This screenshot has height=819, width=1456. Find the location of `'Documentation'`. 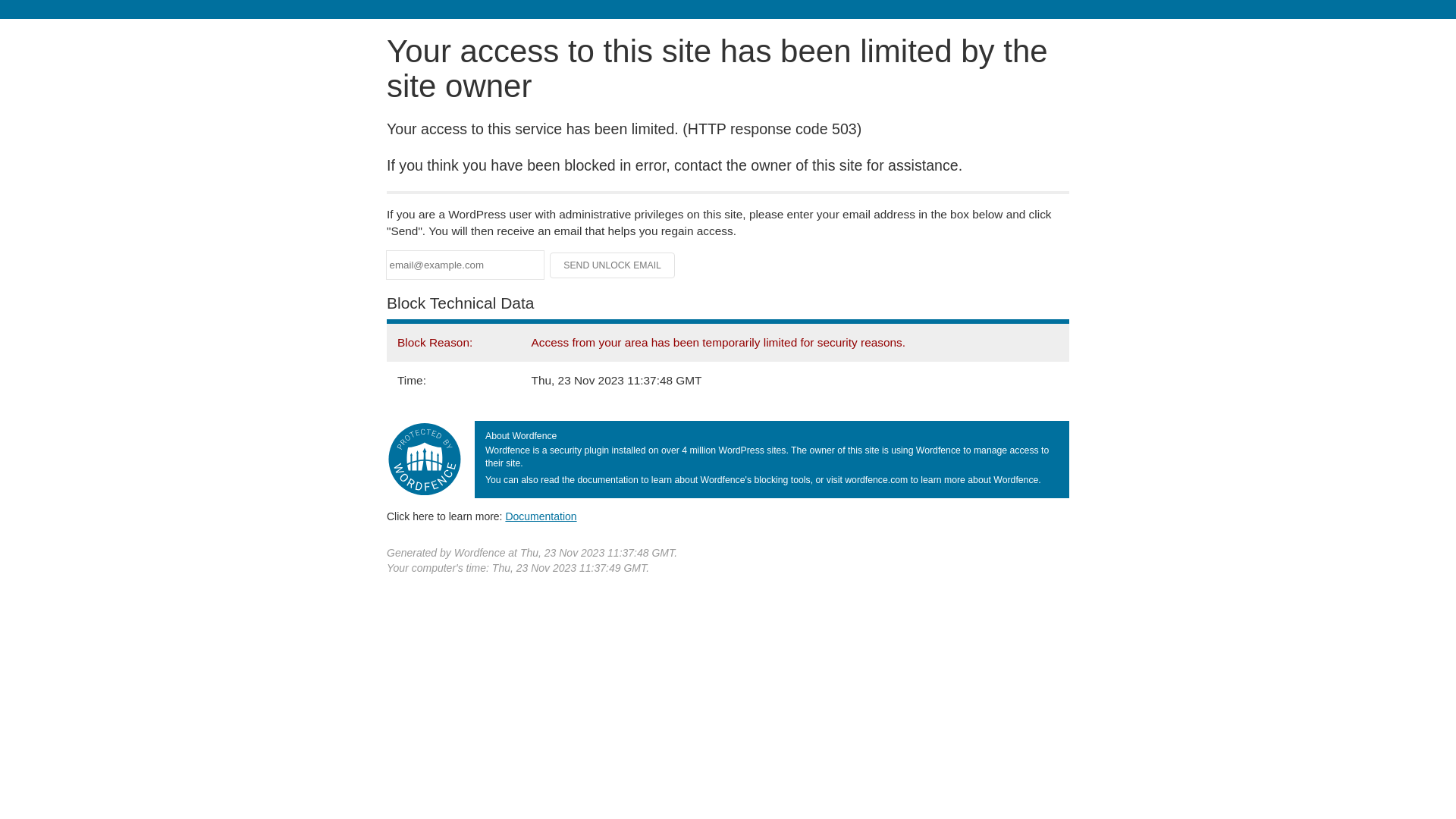

'Documentation' is located at coordinates (505, 516).